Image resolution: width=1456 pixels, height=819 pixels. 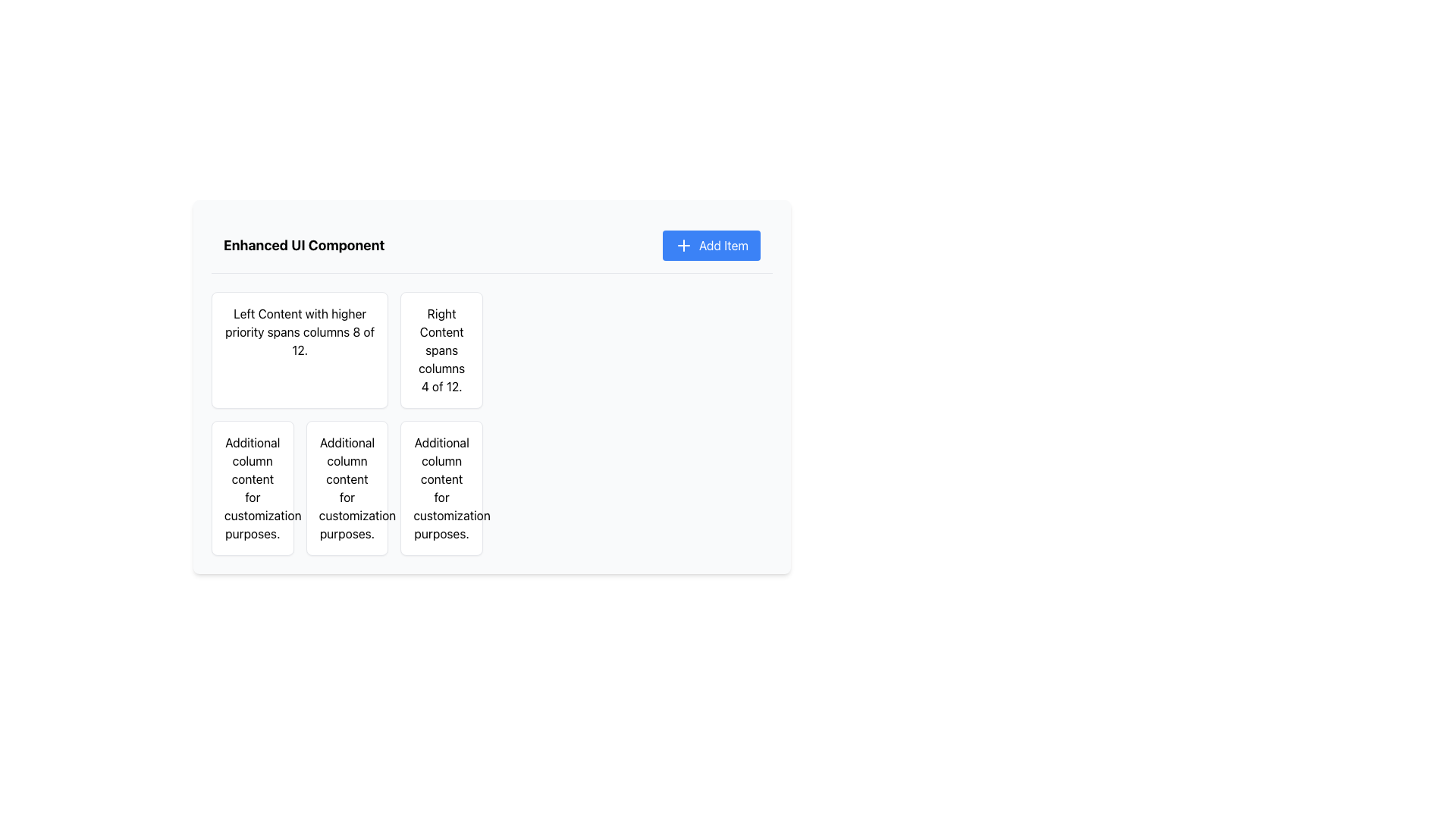 What do you see at coordinates (441, 350) in the screenshot?
I see `the text display element located in the right column of a two-column layout, which provides context about the content distribution` at bounding box center [441, 350].